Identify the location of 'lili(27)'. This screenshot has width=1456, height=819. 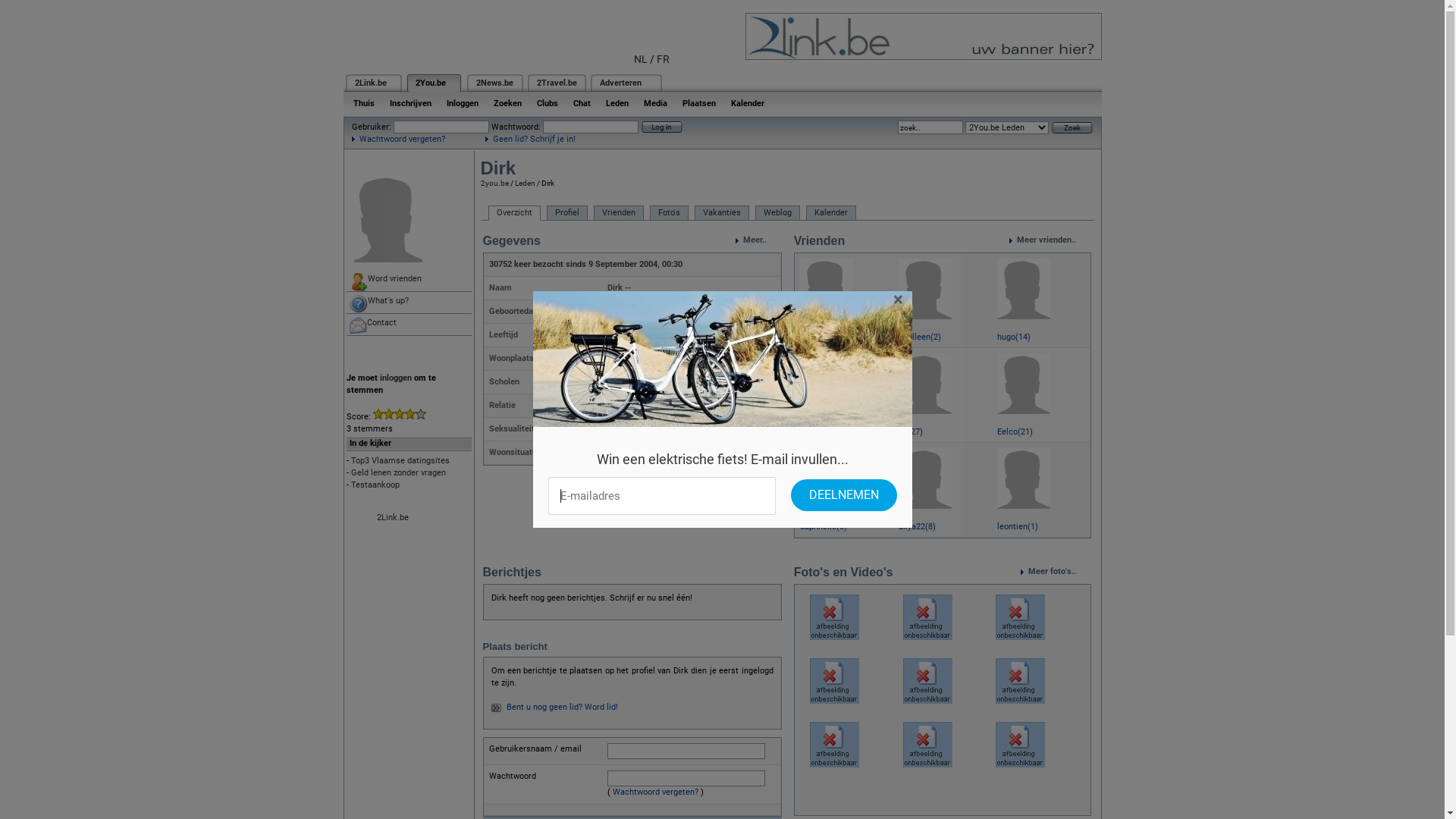
(899, 431).